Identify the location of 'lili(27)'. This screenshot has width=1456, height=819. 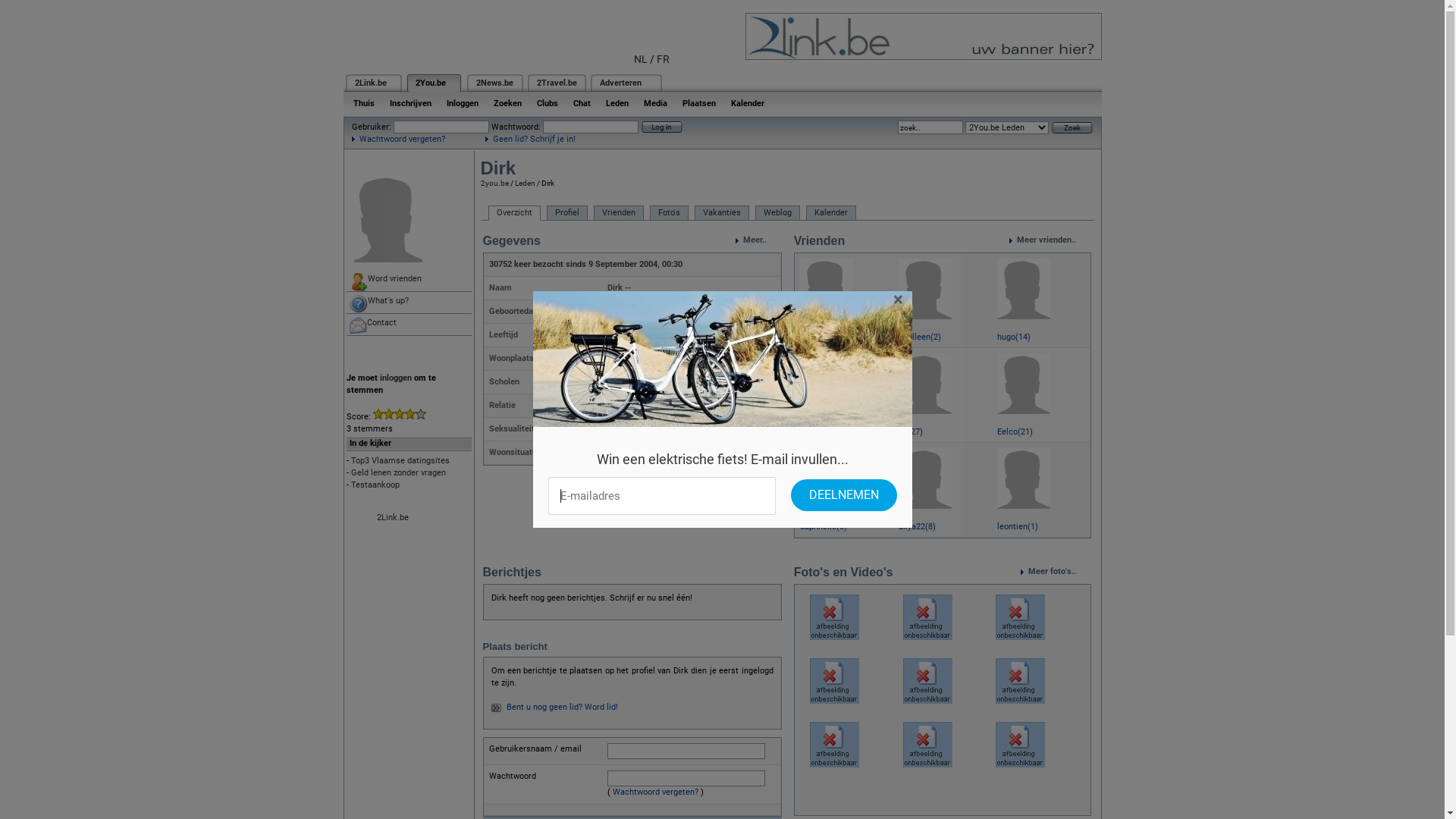
(899, 431).